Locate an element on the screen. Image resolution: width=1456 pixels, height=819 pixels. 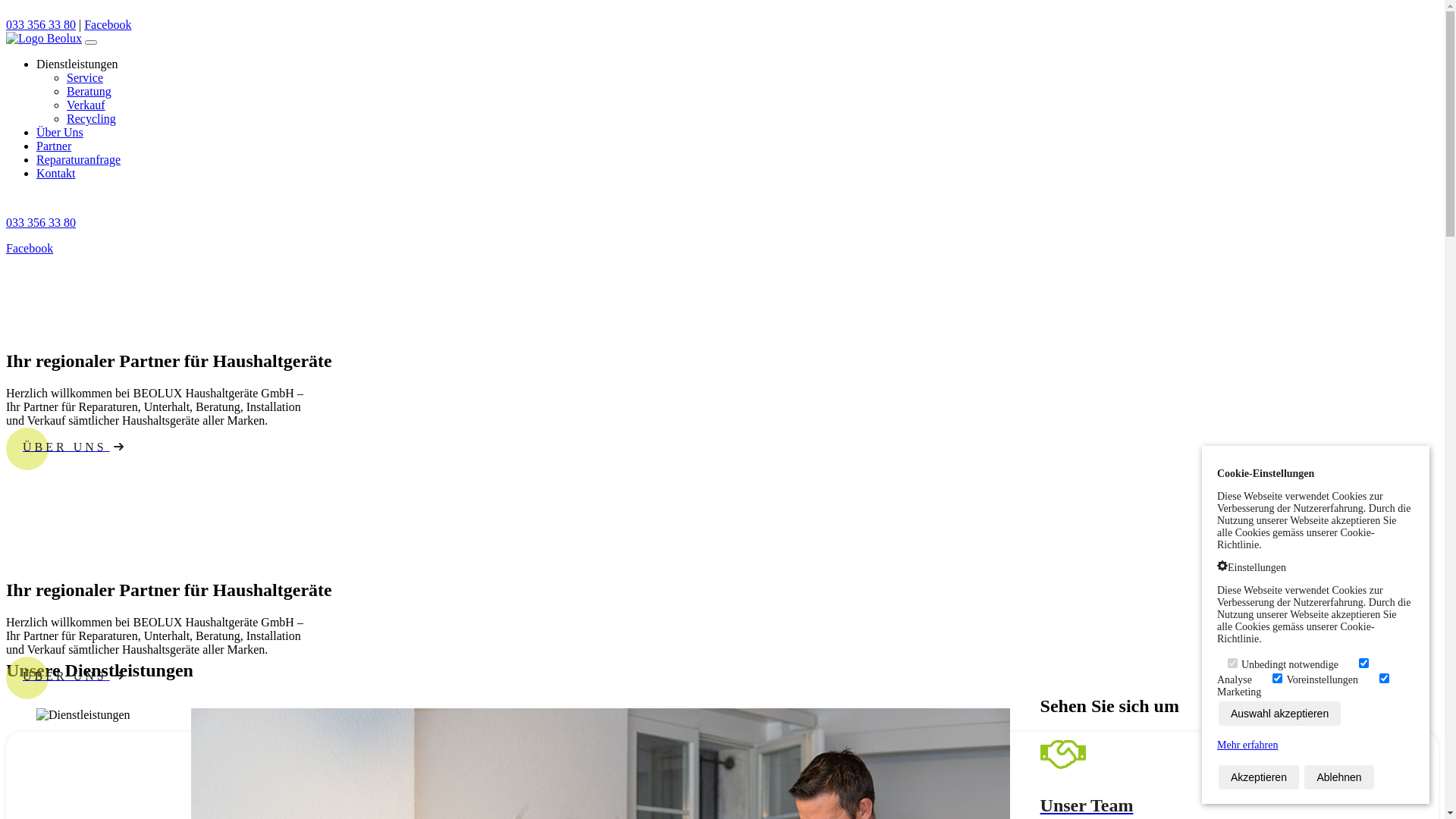
'Verkauf' is located at coordinates (85, 104).